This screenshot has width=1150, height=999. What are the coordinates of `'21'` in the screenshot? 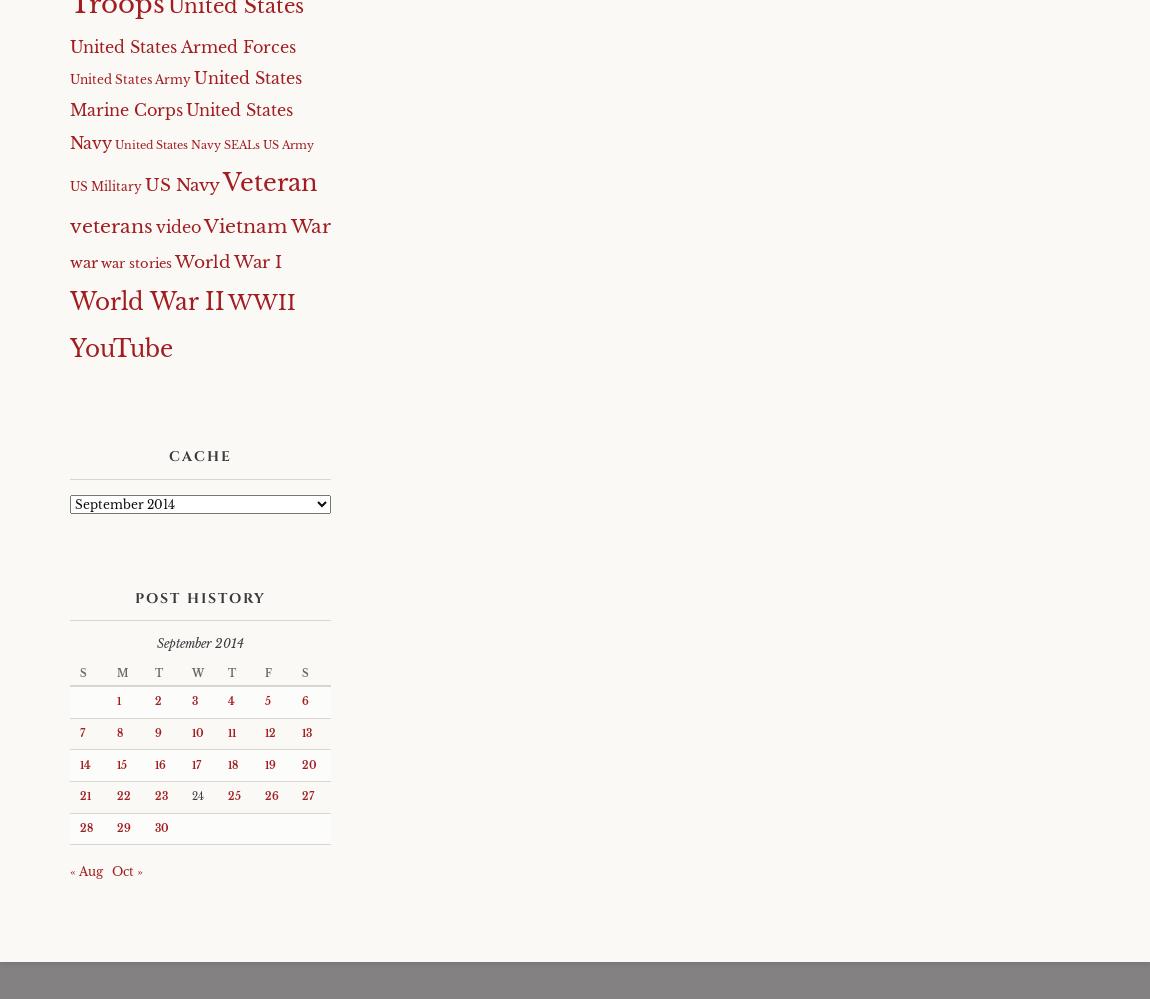 It's located at (84, 796).